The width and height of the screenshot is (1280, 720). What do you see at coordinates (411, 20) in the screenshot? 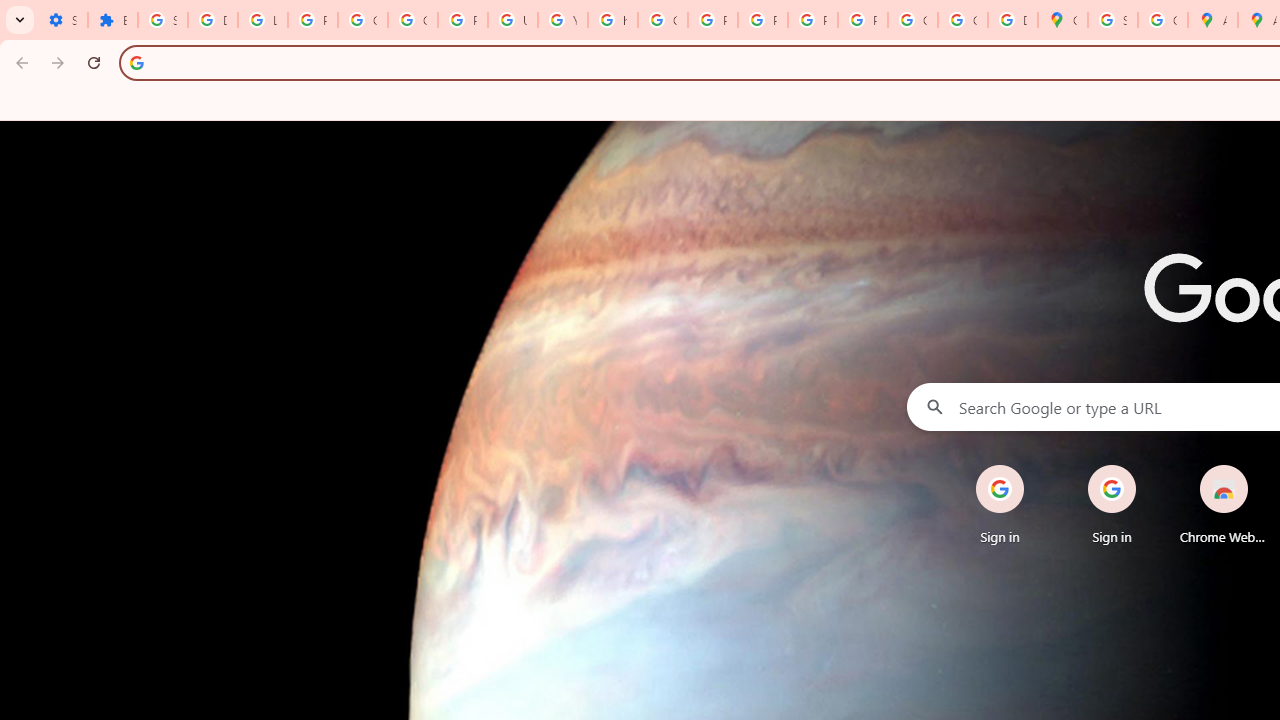
I see `'Google Account Help'` at bounding box center [411, 20].